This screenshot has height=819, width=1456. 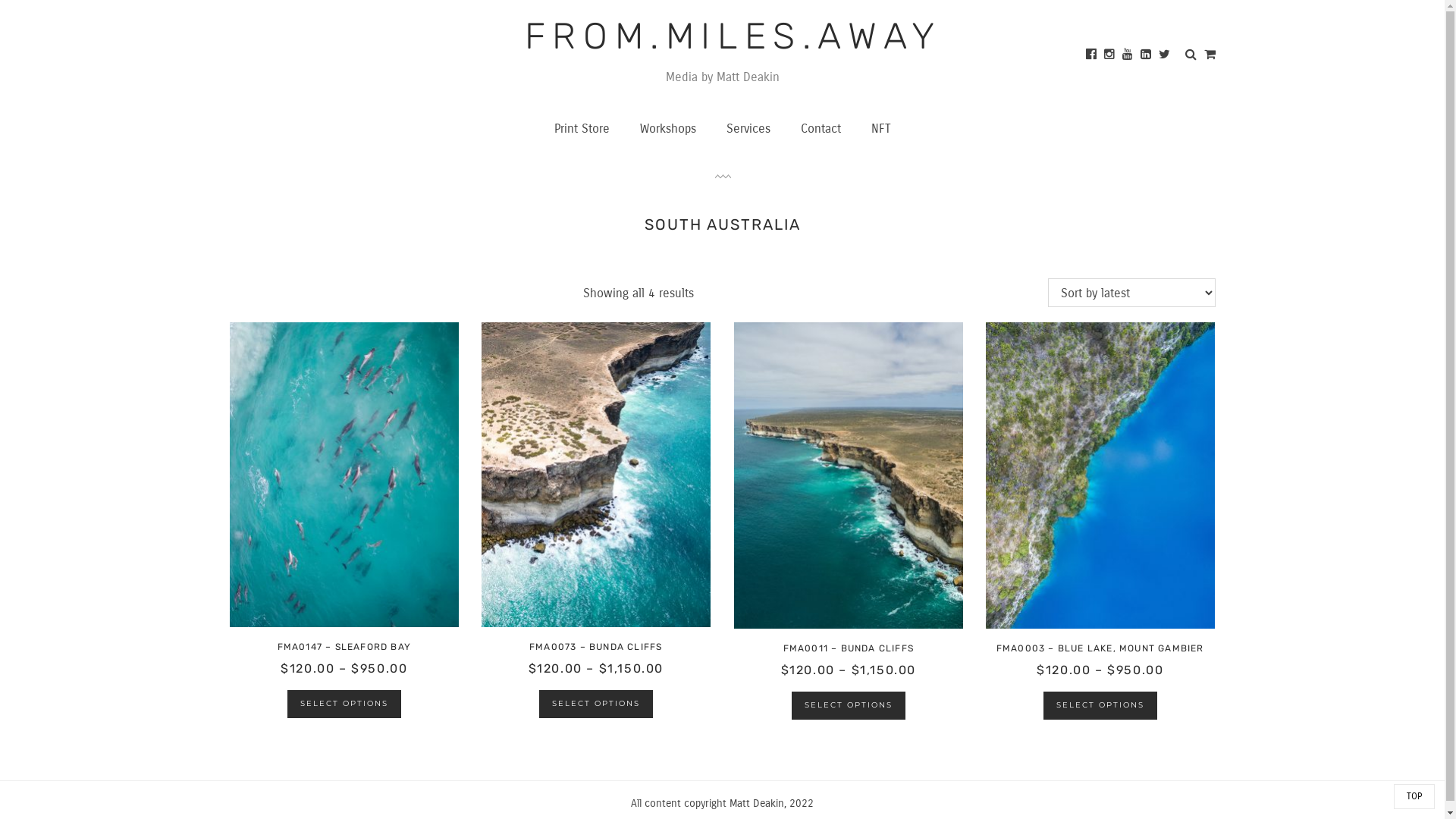 What do you see at coordinates (848, 475) in the screenshot?
I see `'FMA0011 - POR'` at bounding box center [848, 475].